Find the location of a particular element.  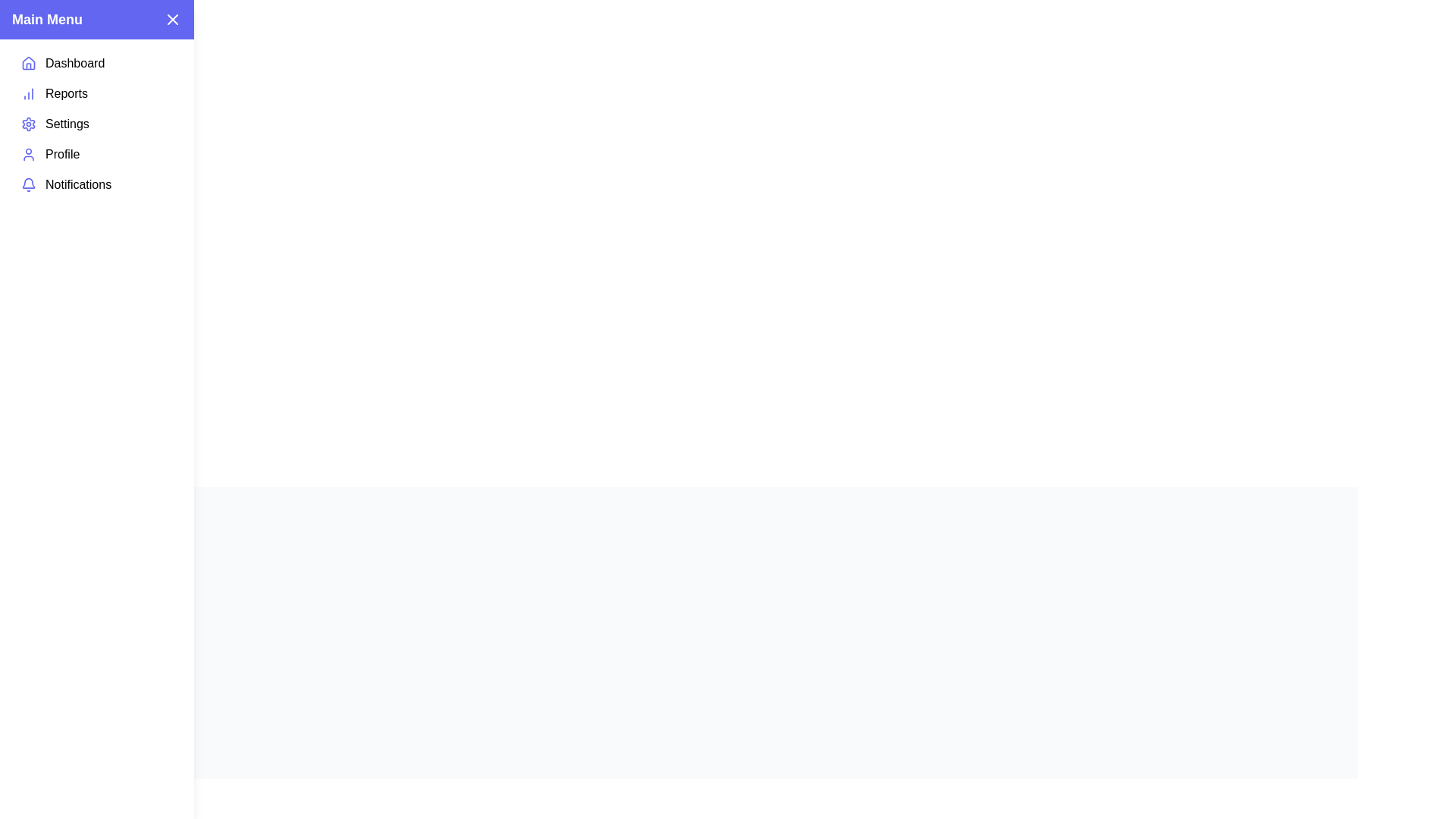

the 'Settings' SVG icon located in the vertical menu on the left side of the interface, positioned as the third entry in the list is located at coordinates (29, 124).